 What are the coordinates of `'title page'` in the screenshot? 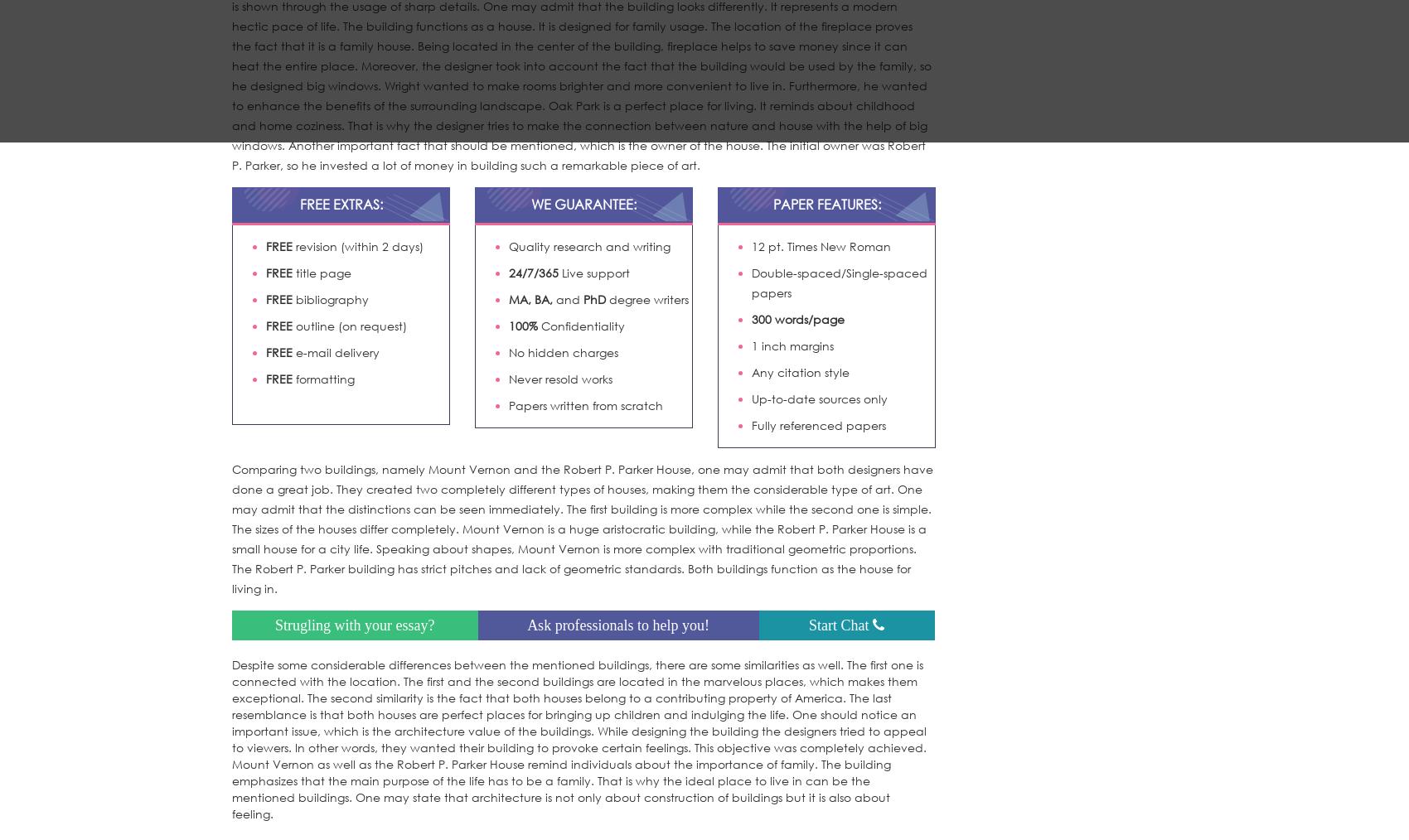 It's located at (321, 272).